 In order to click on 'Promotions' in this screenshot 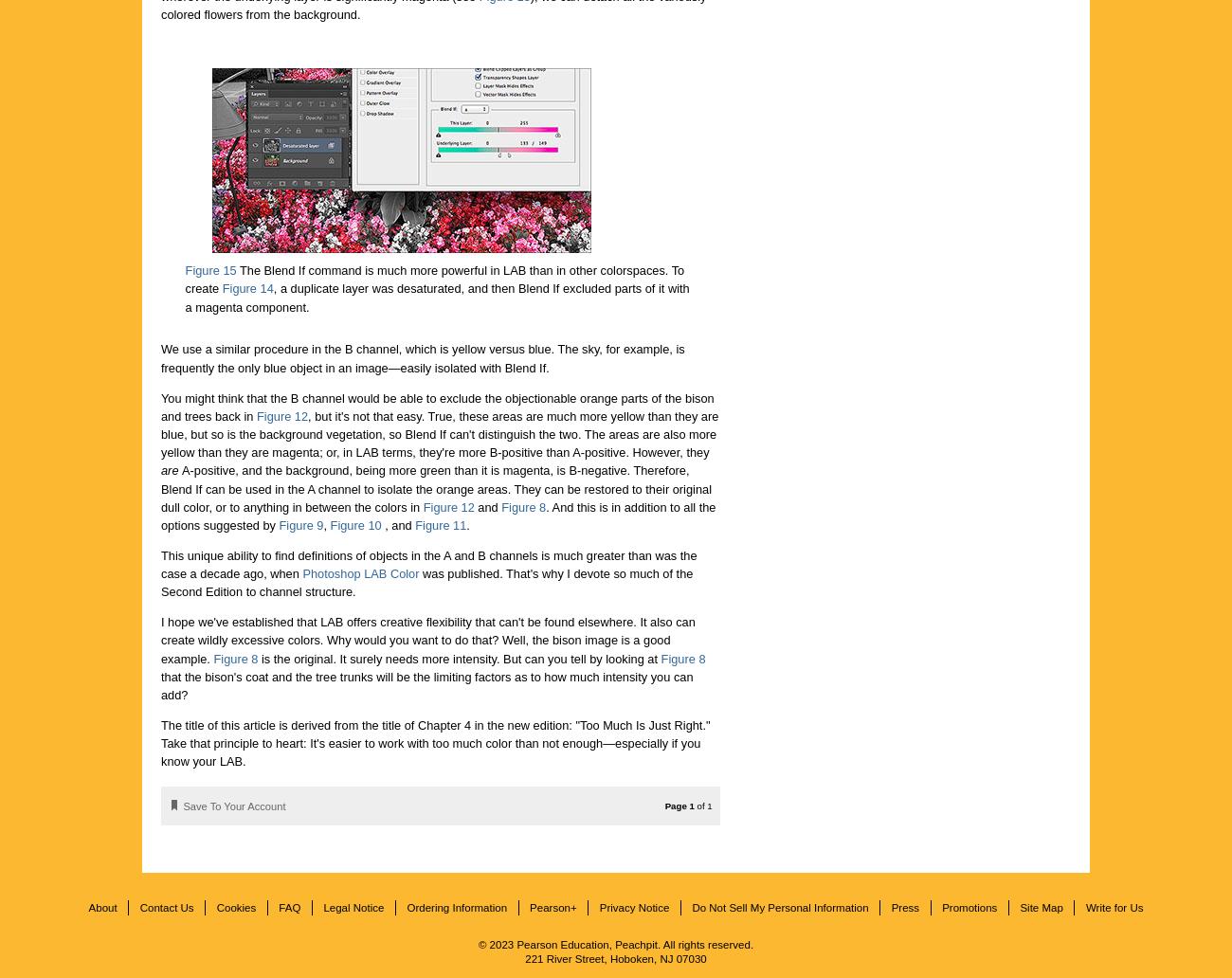, I will do `click(968, 905)`.